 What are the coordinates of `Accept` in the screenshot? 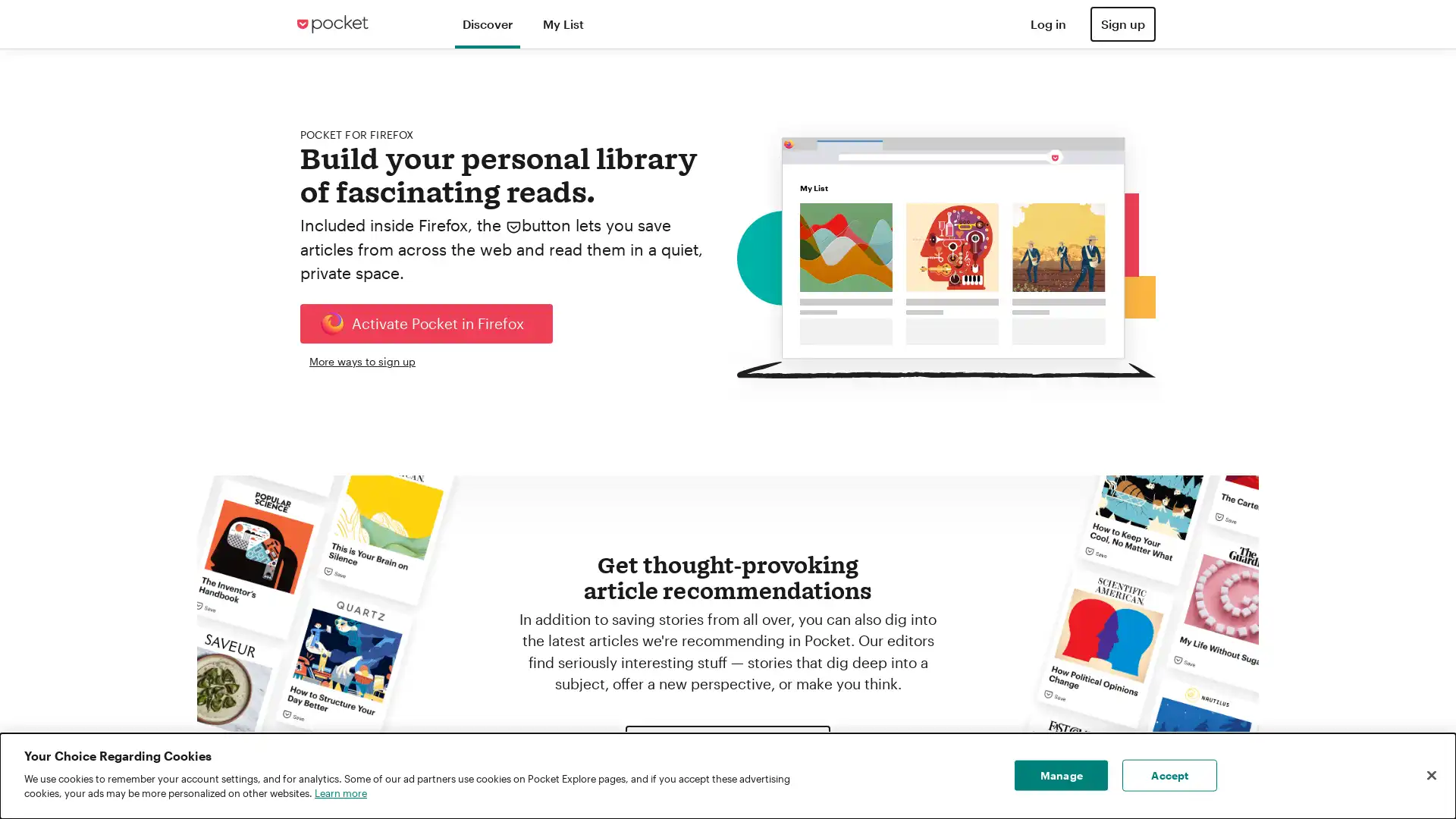 It's located at (1169, 775).